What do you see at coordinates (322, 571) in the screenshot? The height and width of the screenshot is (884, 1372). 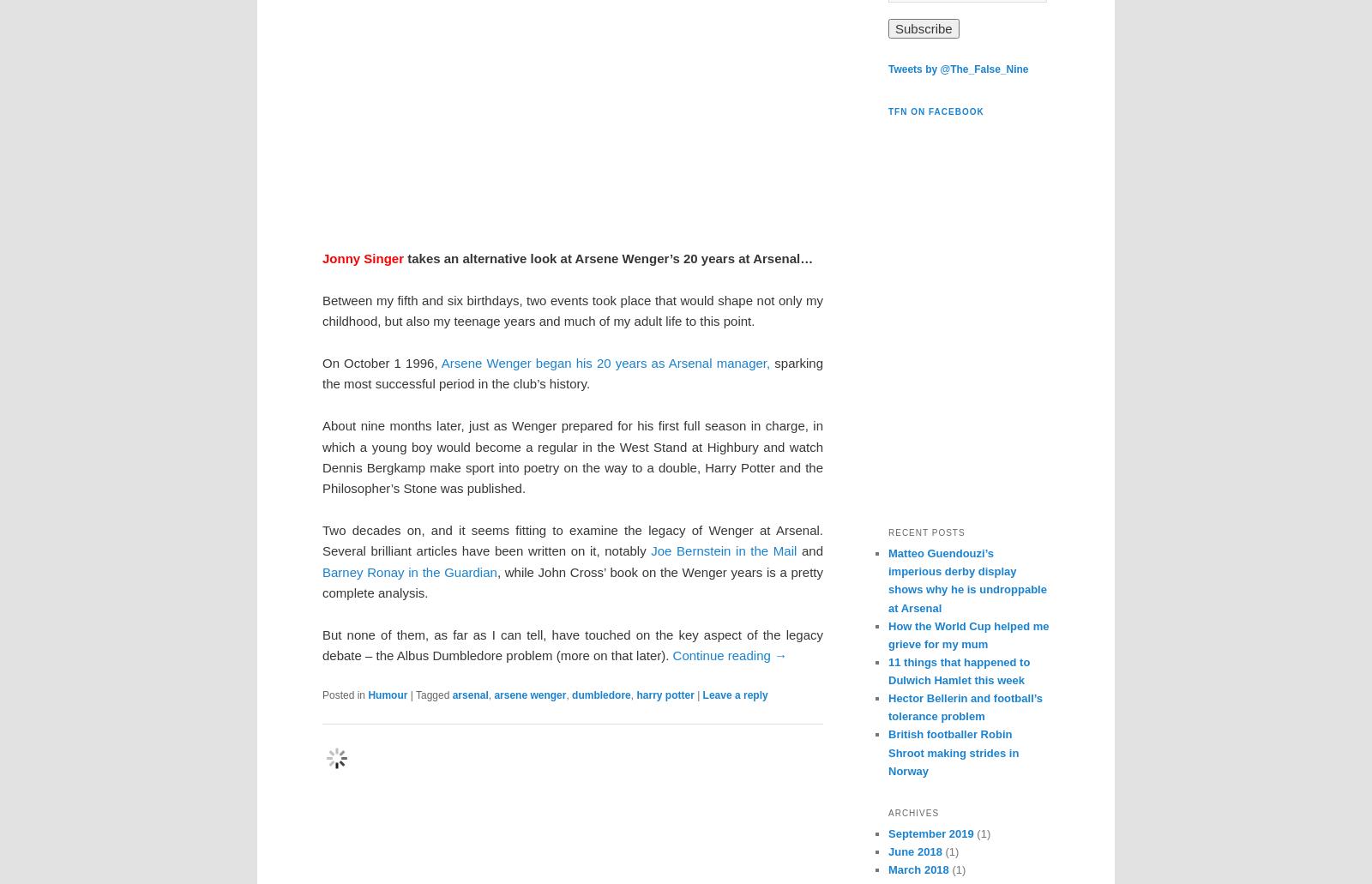 I see `'Barney Ronay in the Guardian'` at bounding box center [322, 571].